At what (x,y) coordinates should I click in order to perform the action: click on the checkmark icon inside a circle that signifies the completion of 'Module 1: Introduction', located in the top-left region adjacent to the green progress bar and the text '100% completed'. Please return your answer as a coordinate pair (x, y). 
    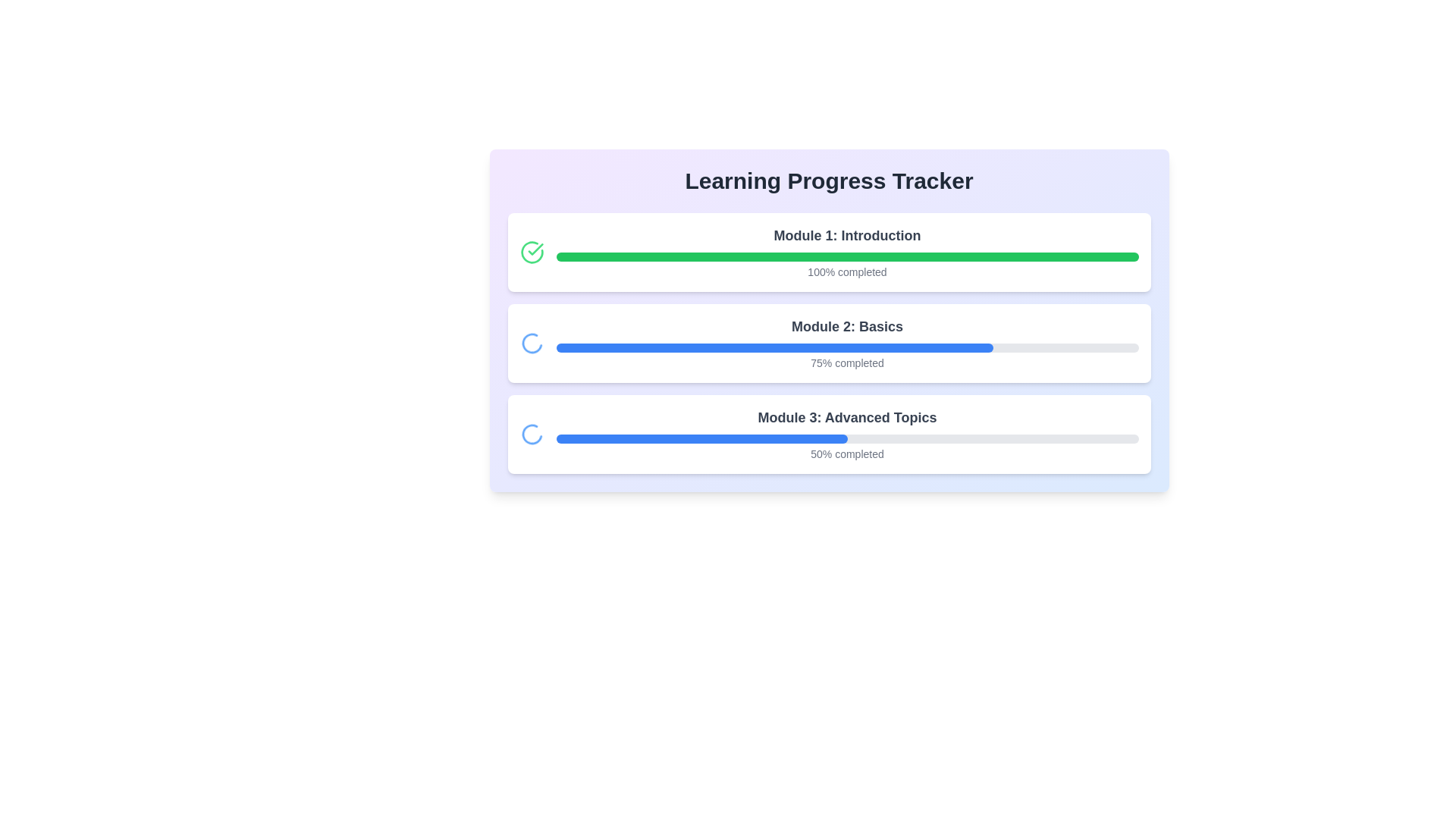
    Looking at the image, I should click on (532, 251).